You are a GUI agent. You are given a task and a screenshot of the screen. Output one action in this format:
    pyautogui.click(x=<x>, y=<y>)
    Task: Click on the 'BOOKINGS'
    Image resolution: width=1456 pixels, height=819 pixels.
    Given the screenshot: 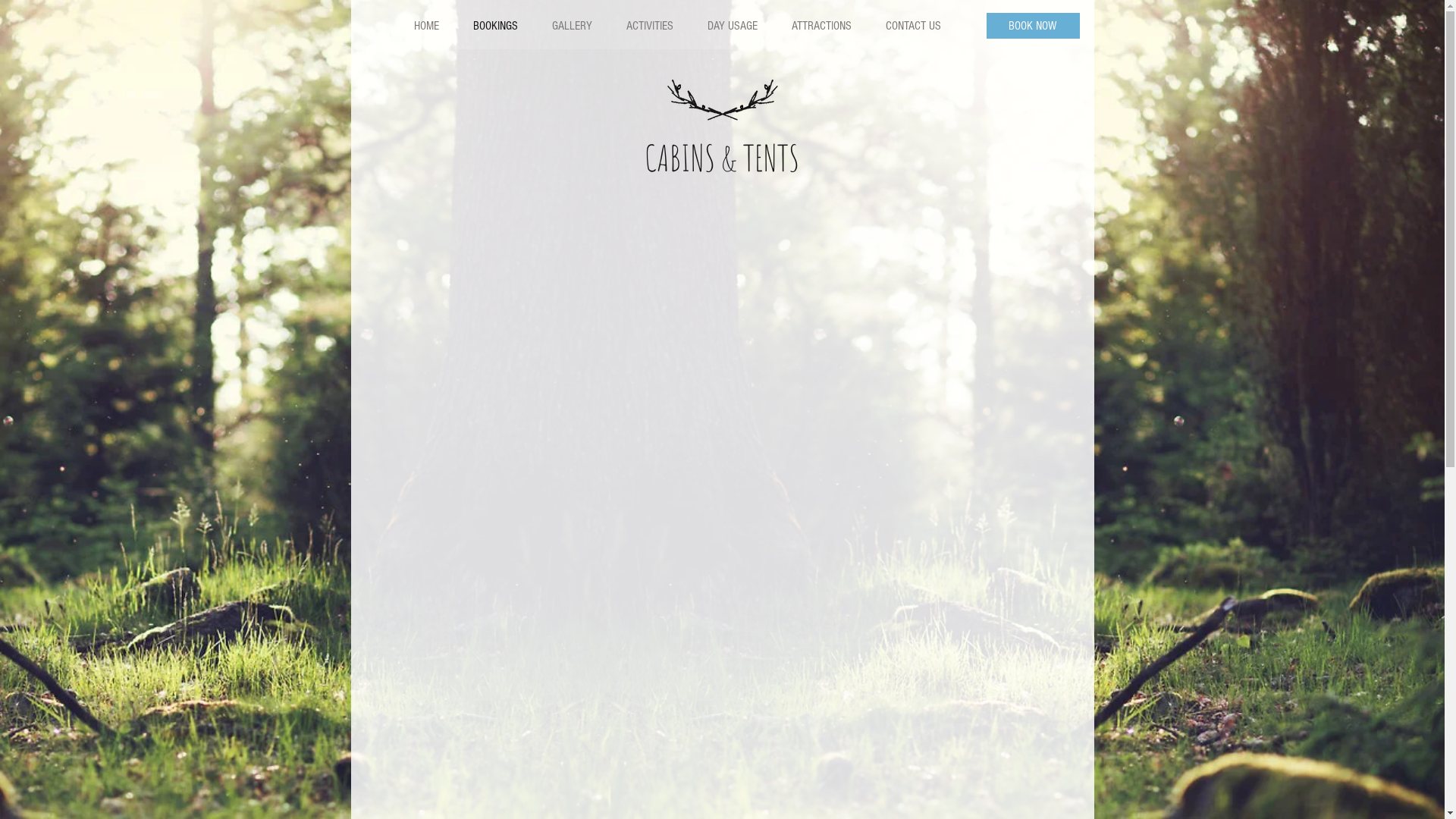 What is the action you would take?
    pyautogui.click(x=454, y=26)
    